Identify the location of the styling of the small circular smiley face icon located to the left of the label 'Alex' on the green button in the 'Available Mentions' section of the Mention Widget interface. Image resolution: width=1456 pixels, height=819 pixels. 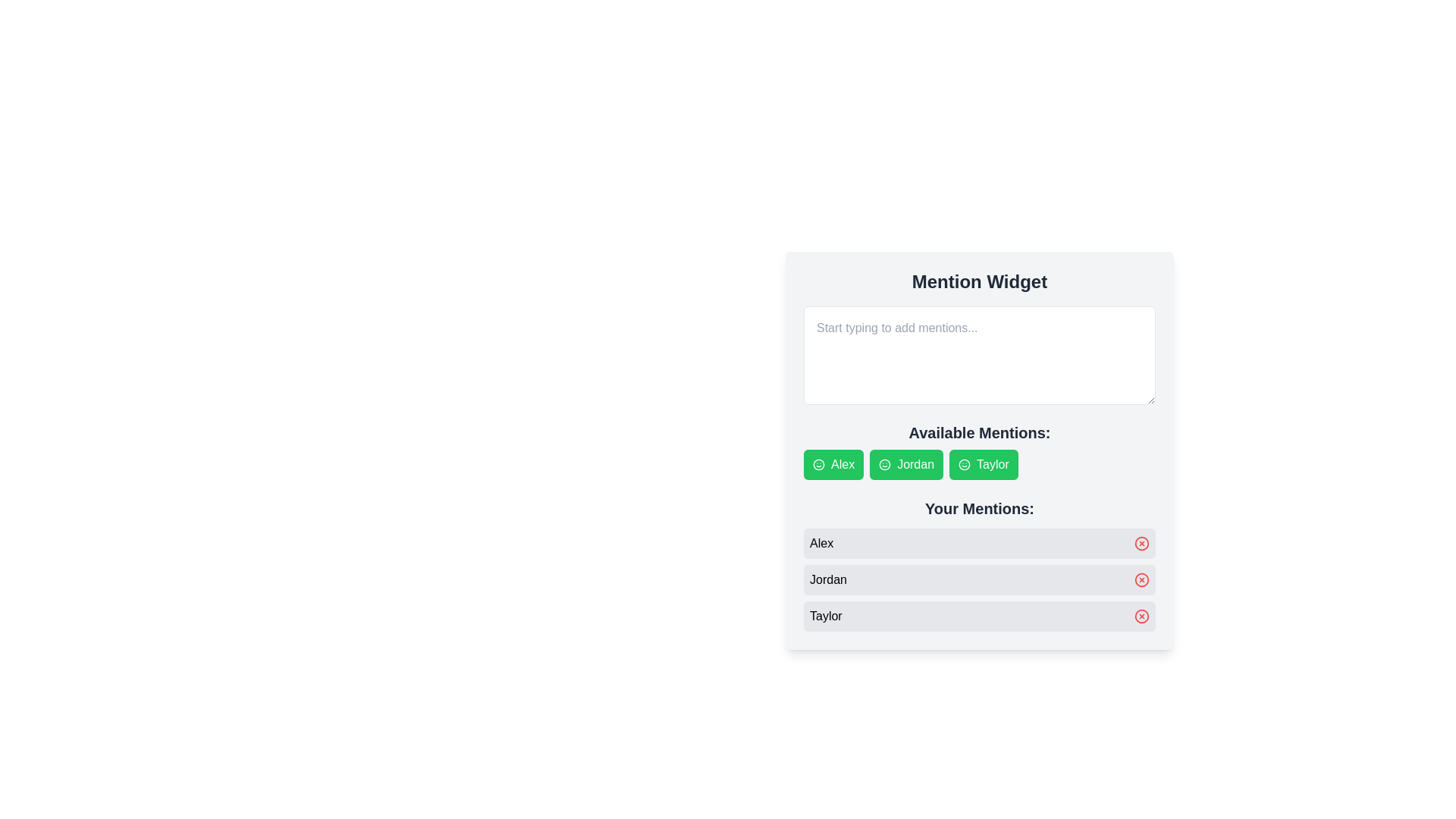
(818, 464).